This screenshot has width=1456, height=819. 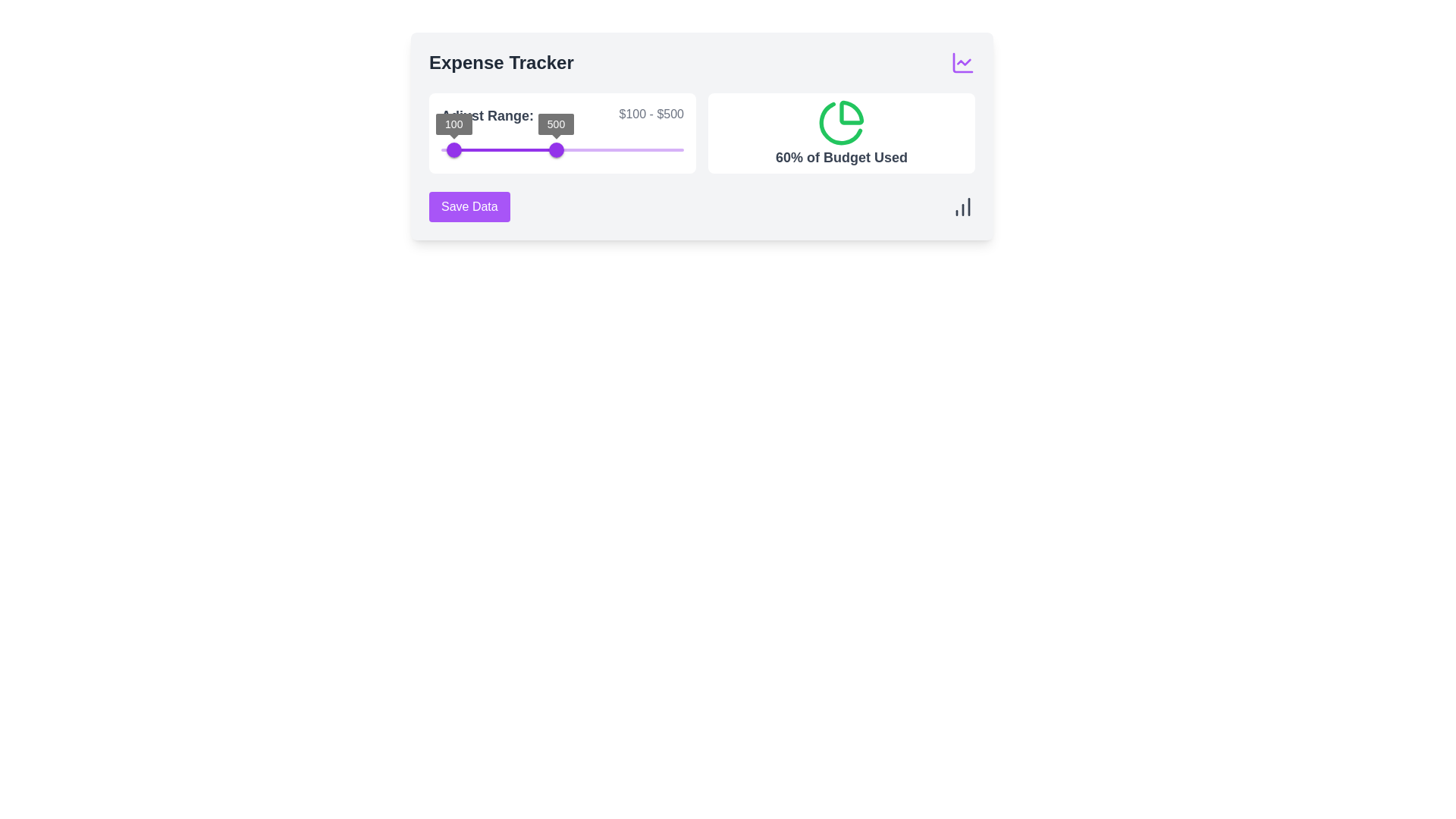 What do you see at coordinates (562, 133) in the screenshot?
I see `and drag the handles of the Range Slider located in the left section of the grid layout to adjust the numeric range between $100 and $500` at bounding box center [562, 133].